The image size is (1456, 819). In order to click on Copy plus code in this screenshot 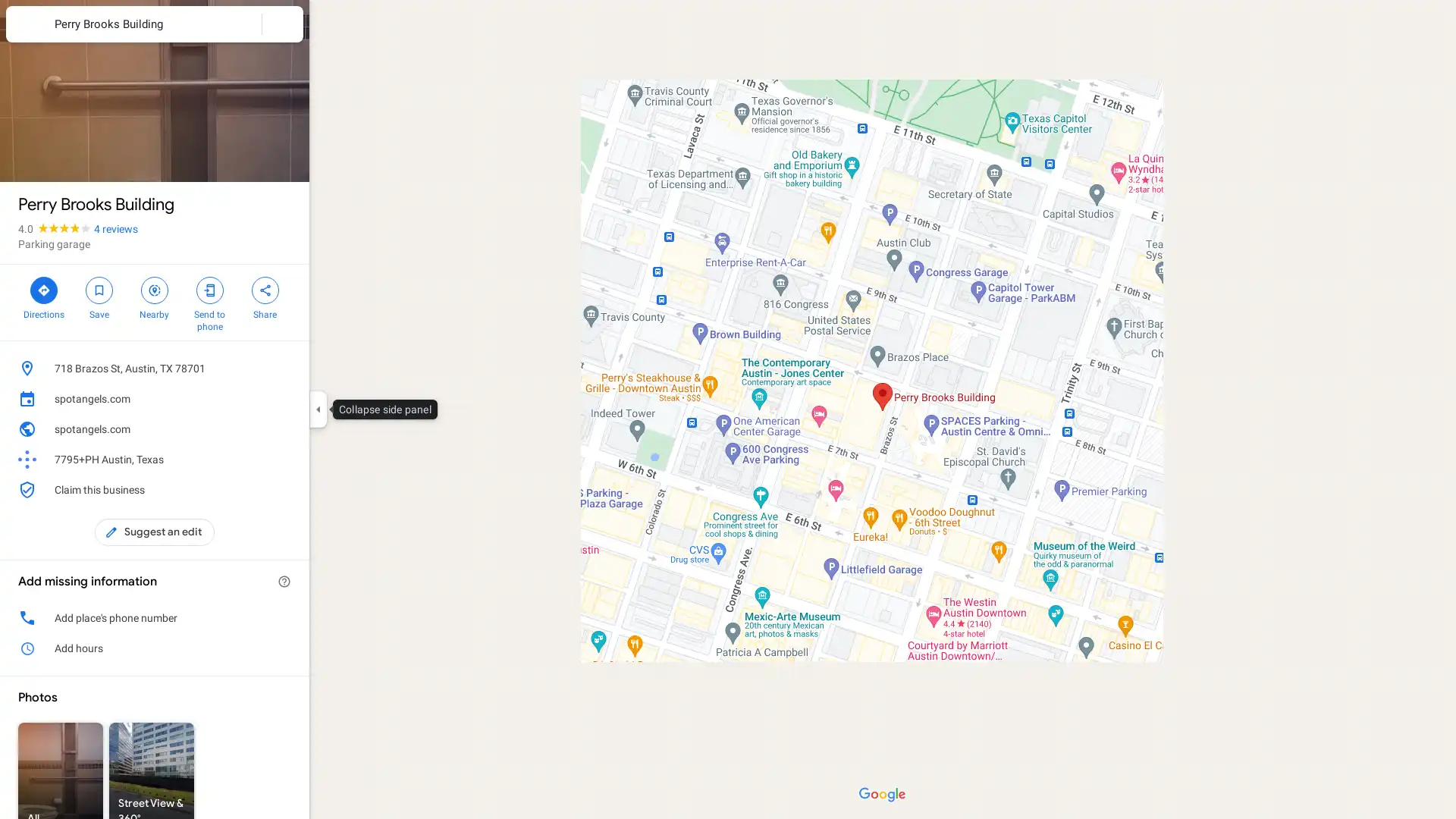, I will do `click(261, 458)`.